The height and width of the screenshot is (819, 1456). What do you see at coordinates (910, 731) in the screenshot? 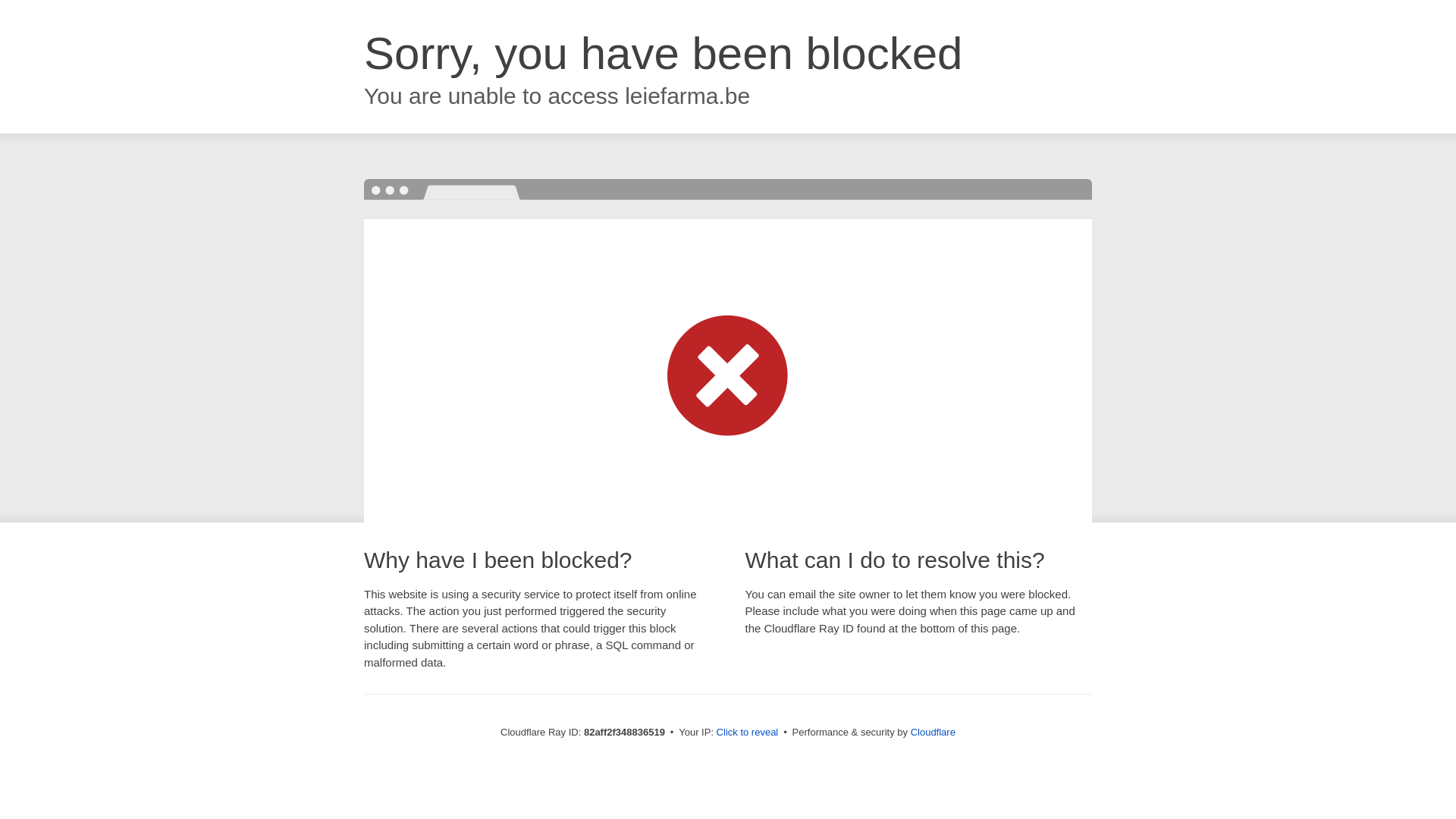
I see `'Cloudflare'` at bounding box center [910, 731].